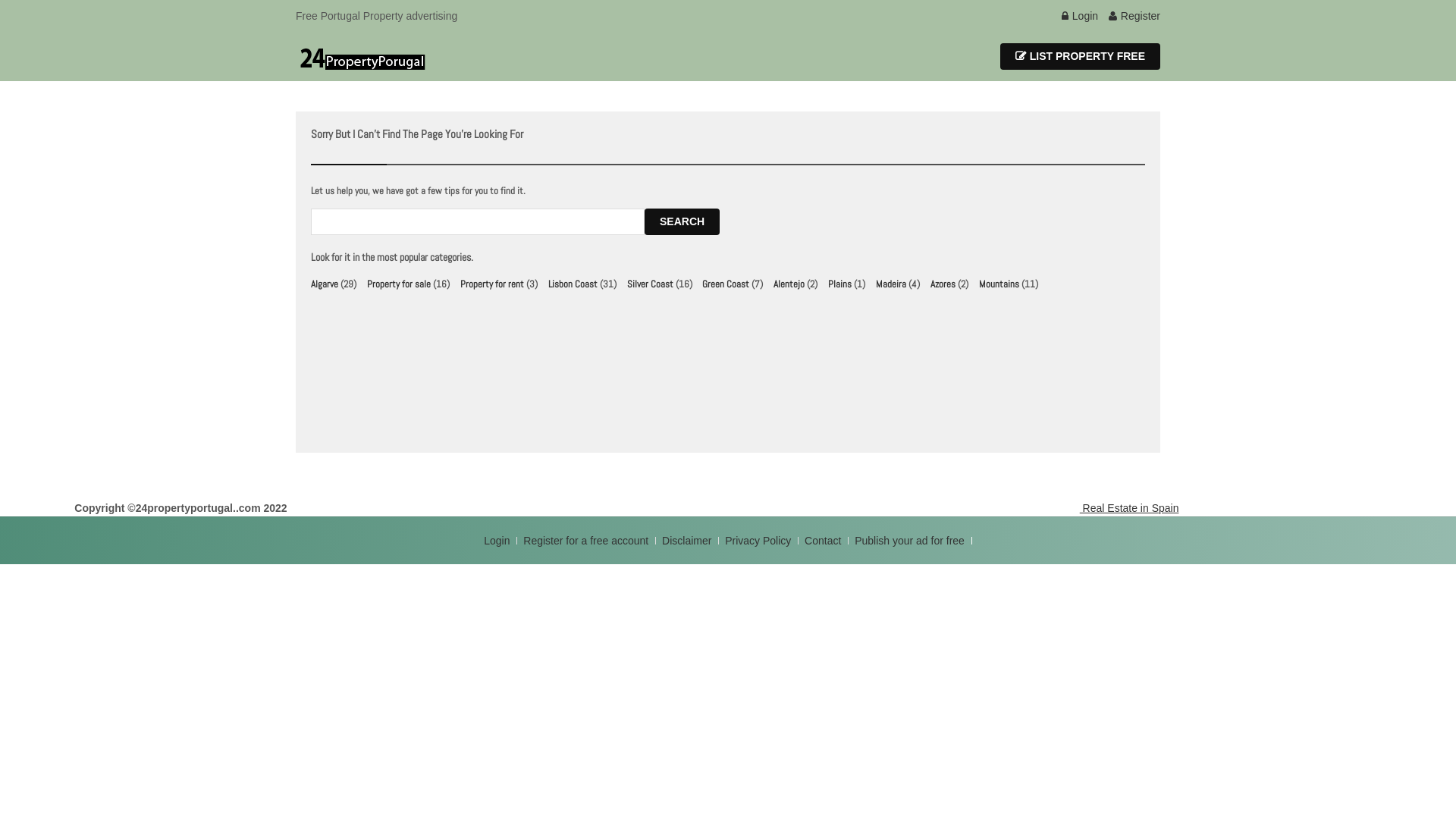  Describe the element at coordinates (701, 284) in the screenshot. I see `'Green Coast'` at that location.